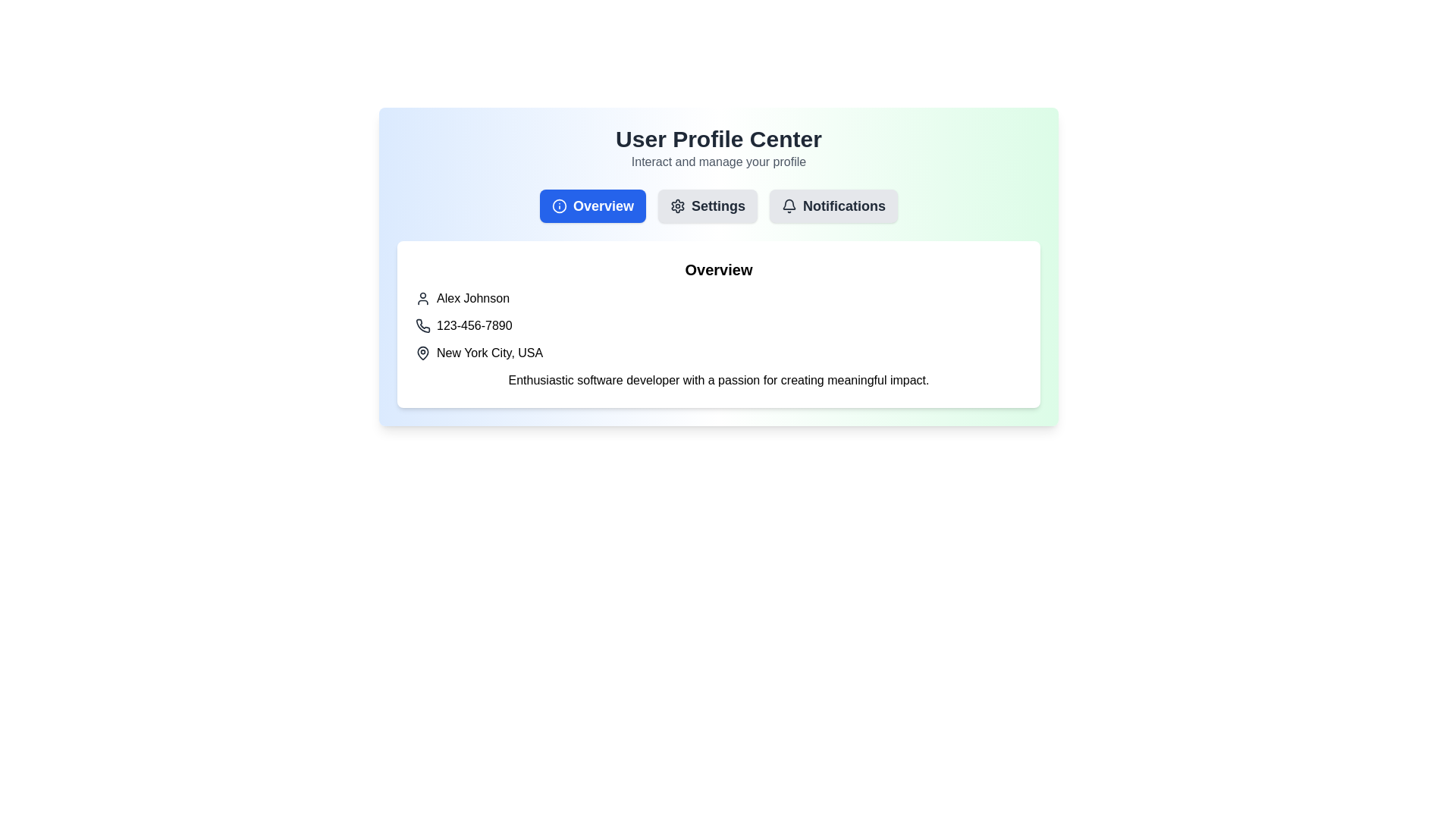 The height and width of the screenshot is (819, 1456). Describe the element at coordinates (558, 206) in the screenshot. I see `the 'Overview' button icon which provides general information or a summary section, located to the left of the text label inside the button` at that location.